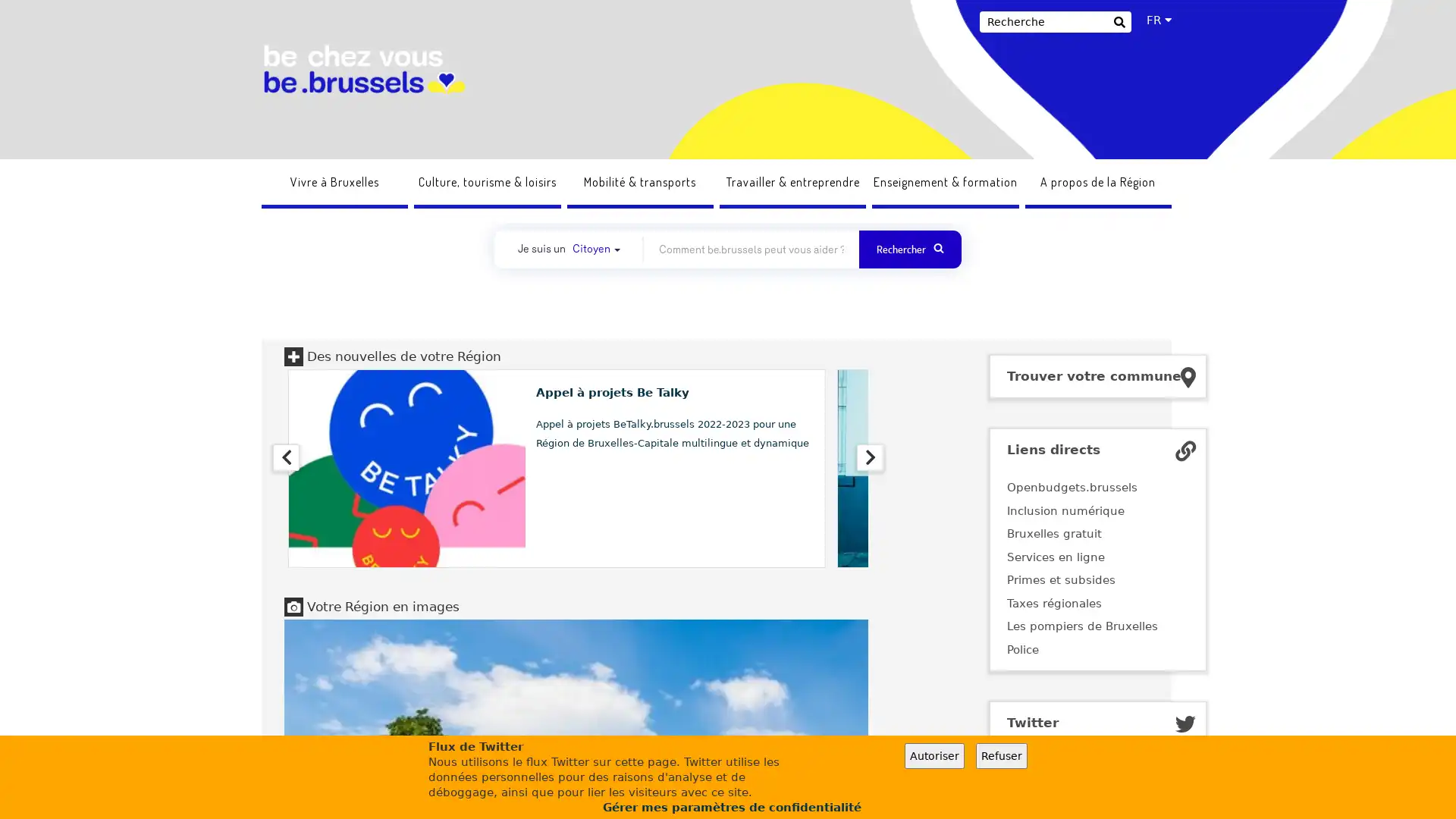 This screenshot has width=1456, height=819. Describe the element at coordinates (934, 755) in the screenshot. I see `Autoriser` at that location.